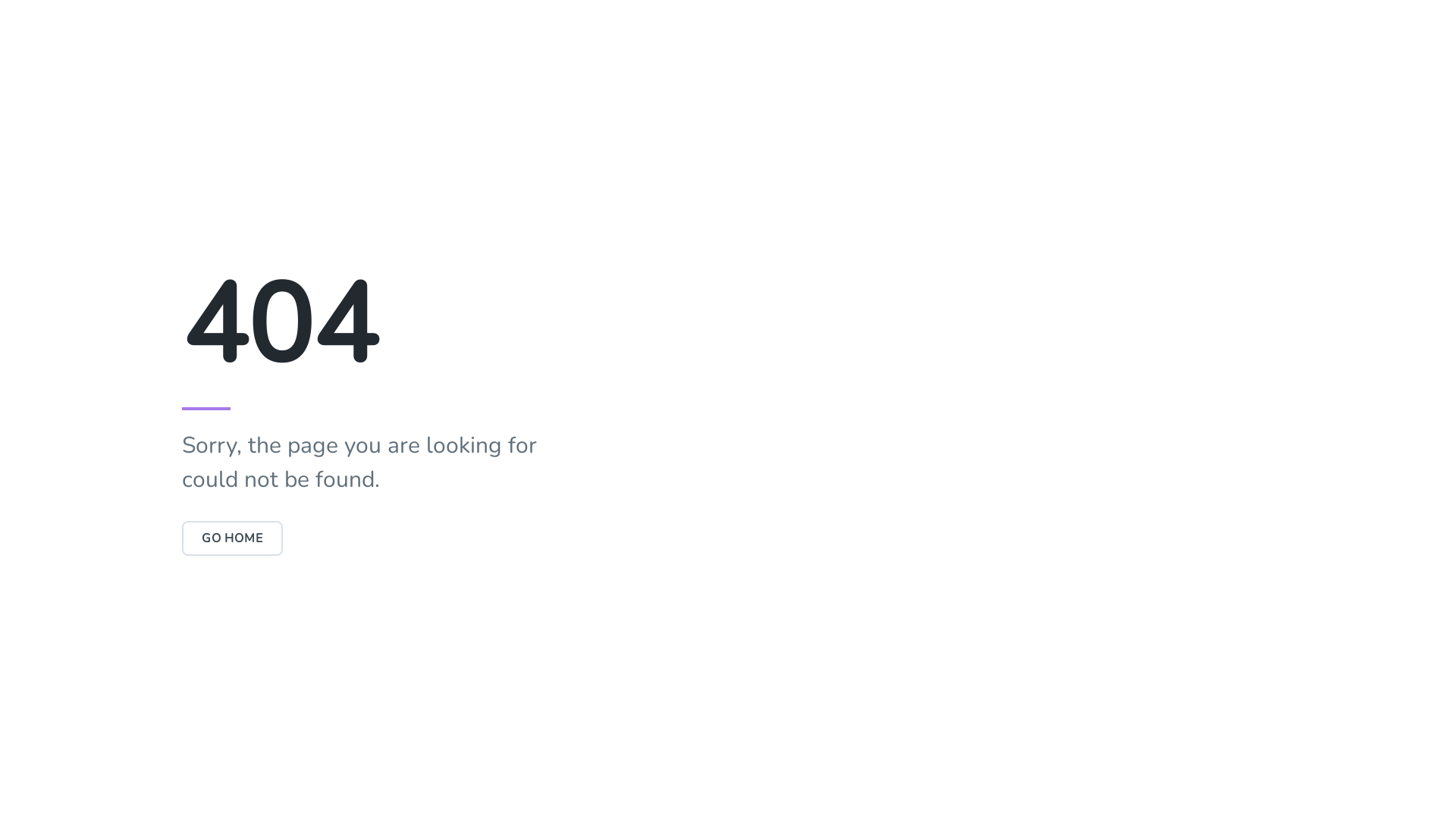 Image resolution: width=1456 pixels, height=819 pixels. What do you see at coordinates (231, 537) in the screenshot?
I see `'GO HOME'` at bounding box center [231, 537].